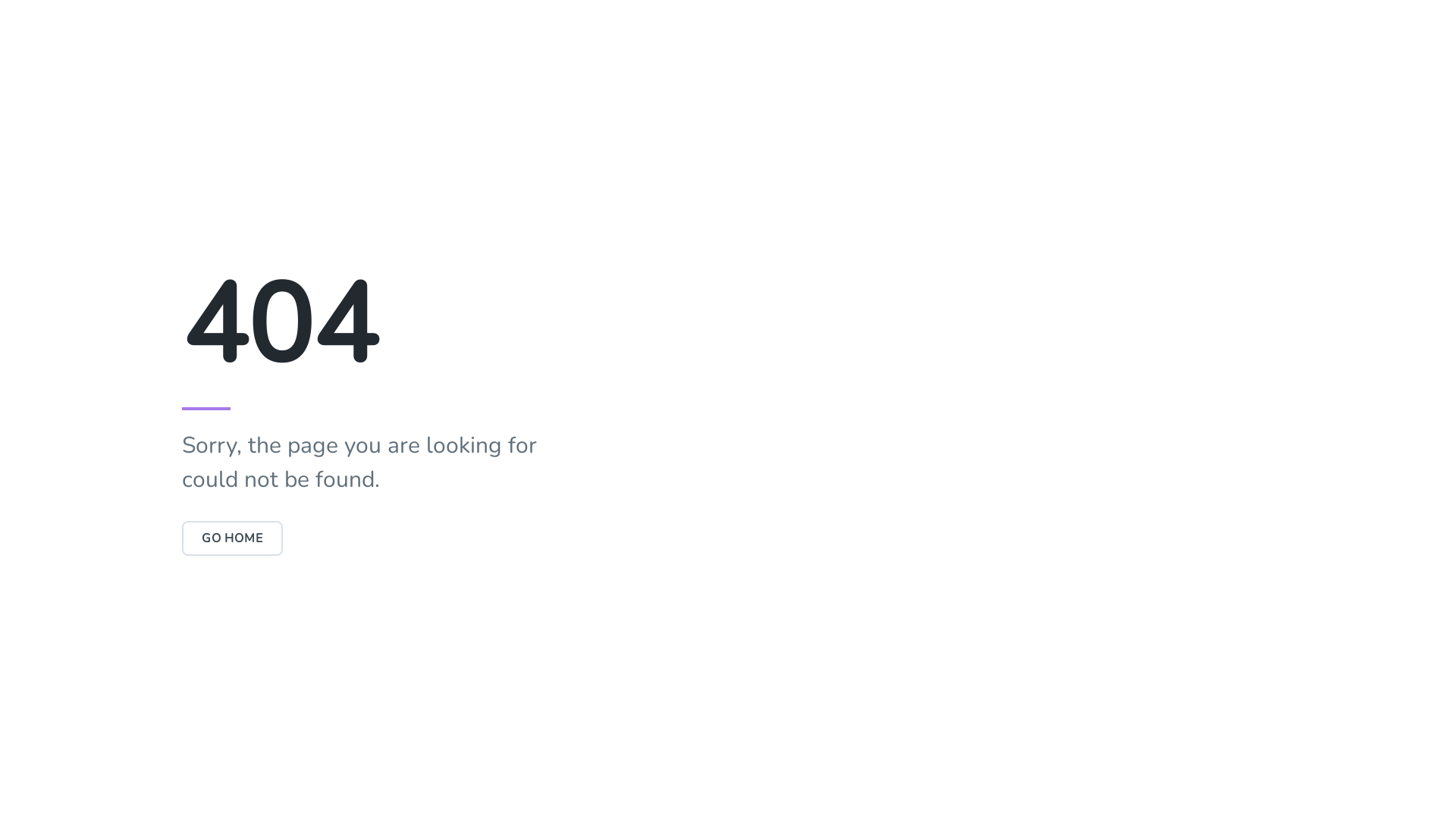 Image resolution: width=1456 pixels, height=819 pixels. What do you see at coordinates (231, 537) in the screenshot?
I see `'GO HOME'` at bounding box center [231, 537].